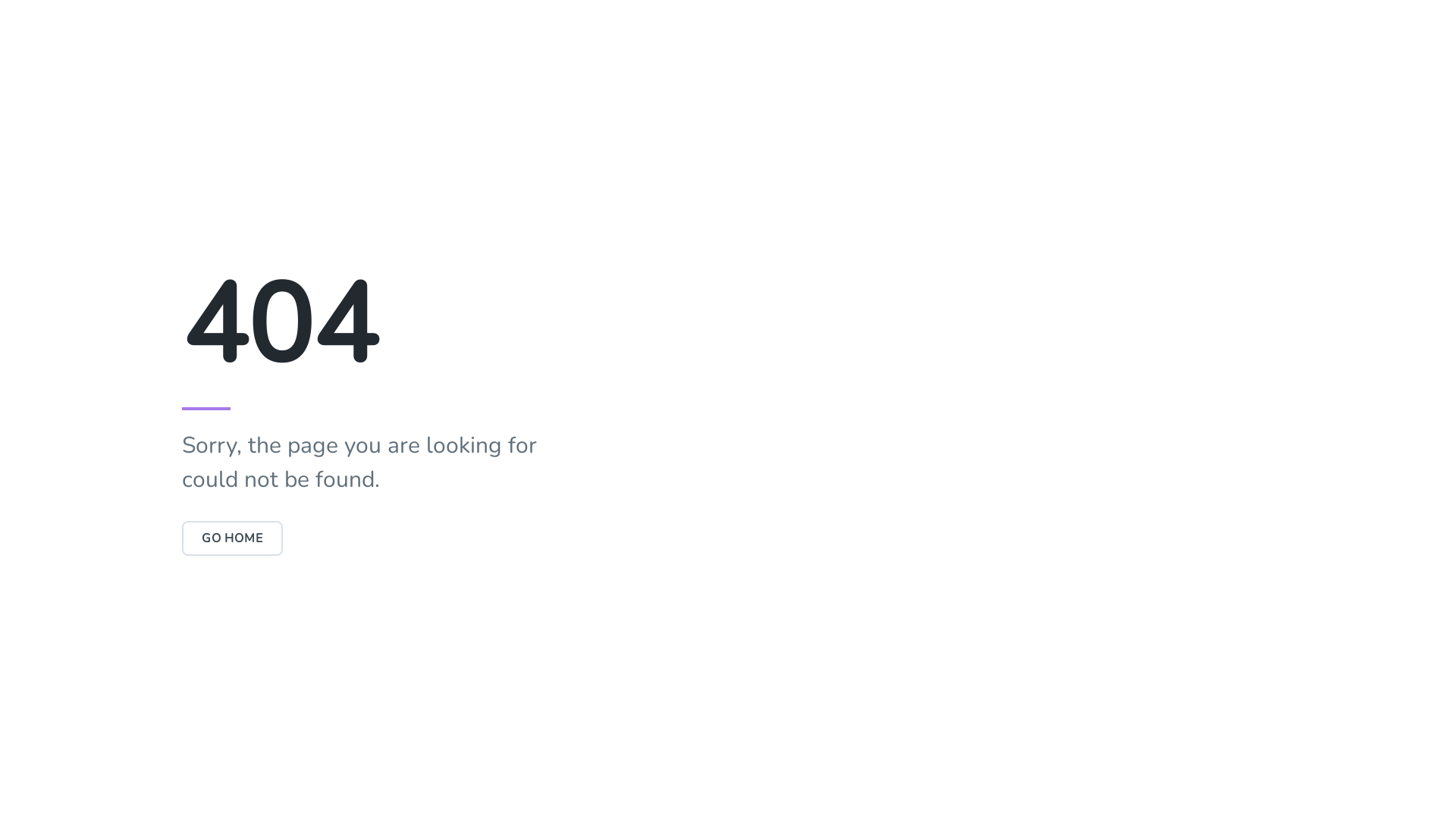 Image resolution: width=1456 pixels, height=819 pixels. What do you see at coordinates (231, 537) in the screenshot?
I see `'GO HOME'` at bounding box center [231, 537].